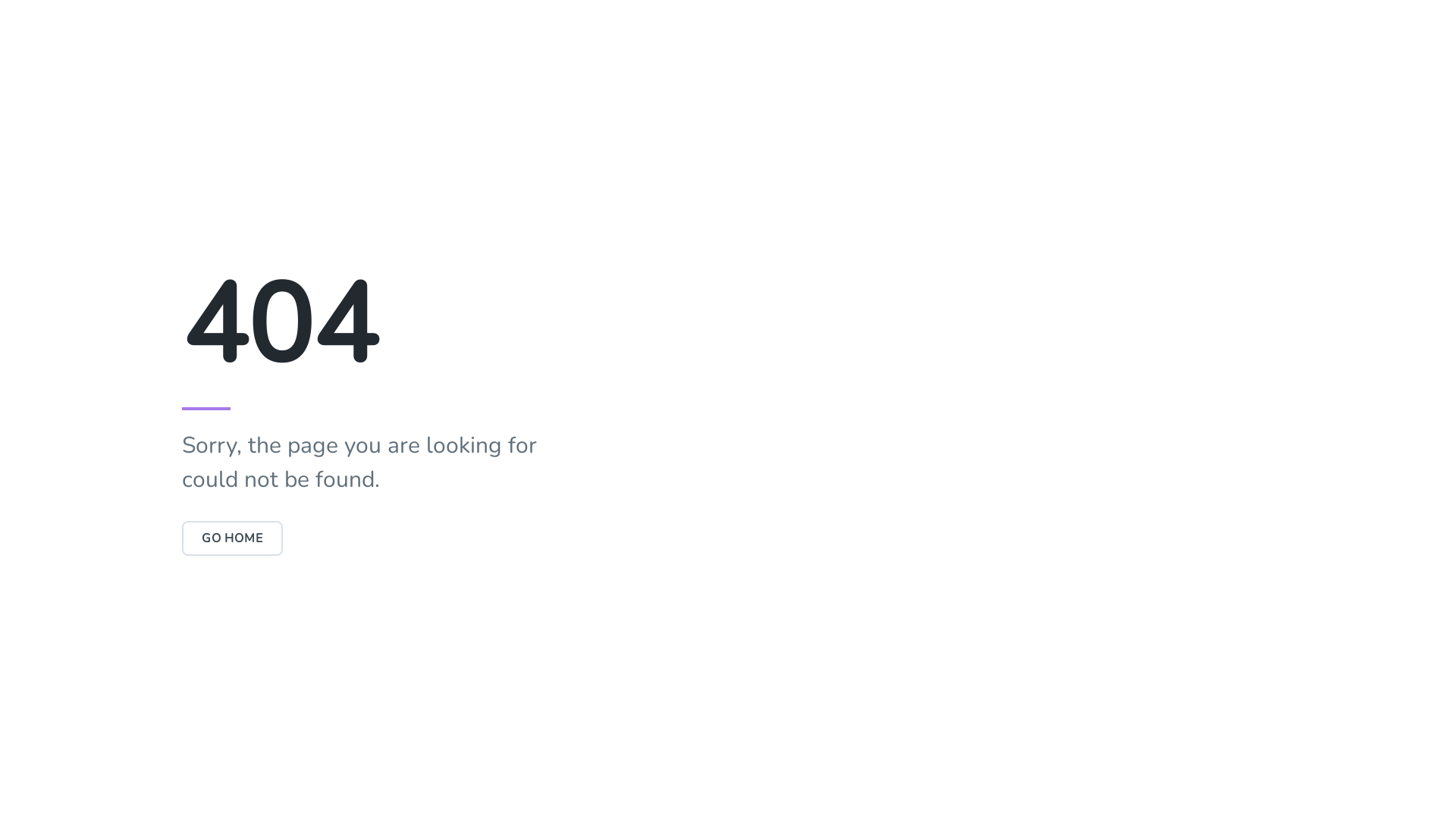 Image resolution: width=1456 pixels, height=819 pixels. What do you see at coordinates (231, 537) in the screenshot?
I see `'GO HOME'` at bounding box center [231, 537].